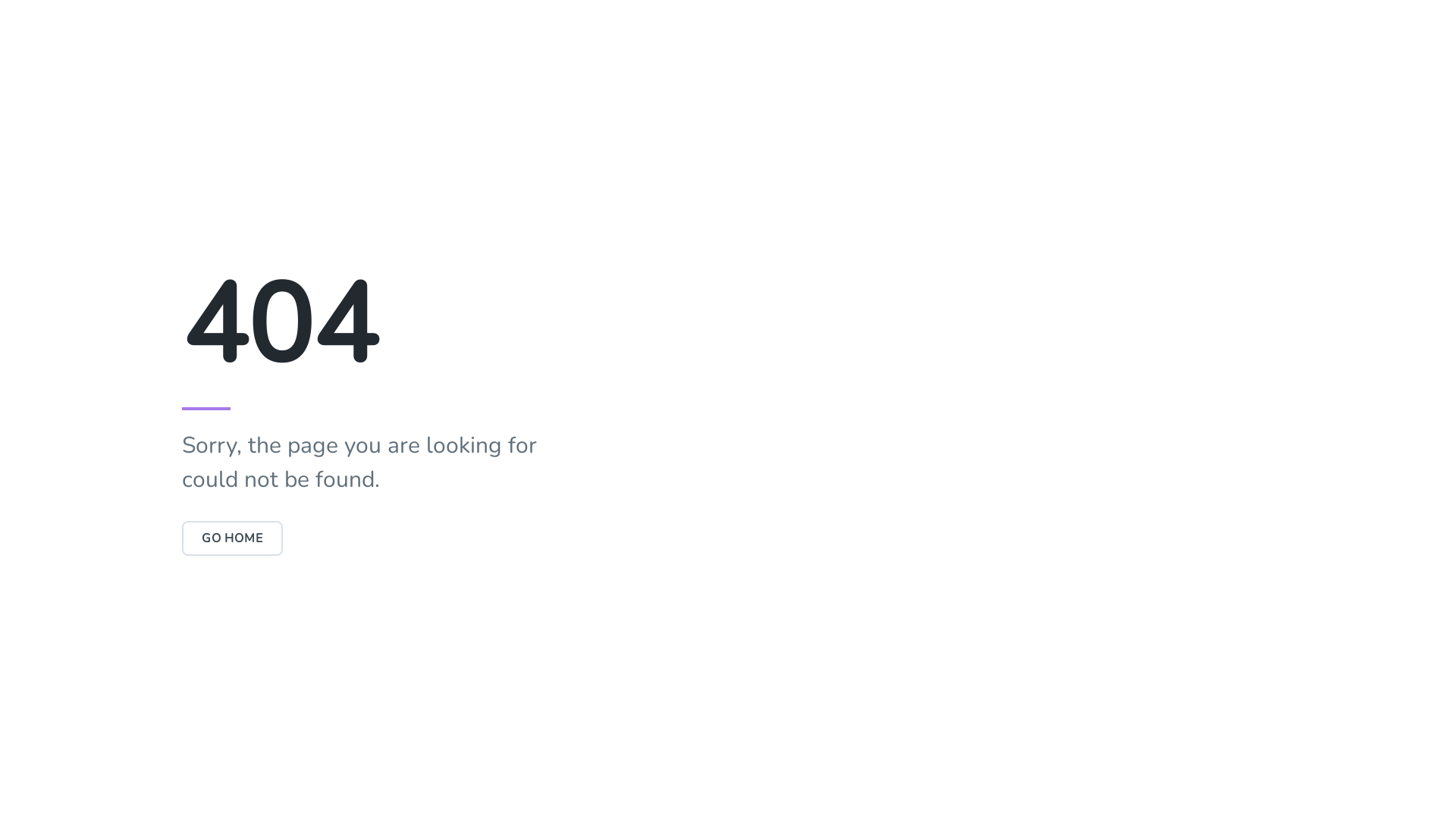 Image resolution: width=1456 pixels, height=819 pixels. What do you see at coordinates (231, 537) in the screenshot?
I see `'GO HOME'` at bounding box center [231, 537].